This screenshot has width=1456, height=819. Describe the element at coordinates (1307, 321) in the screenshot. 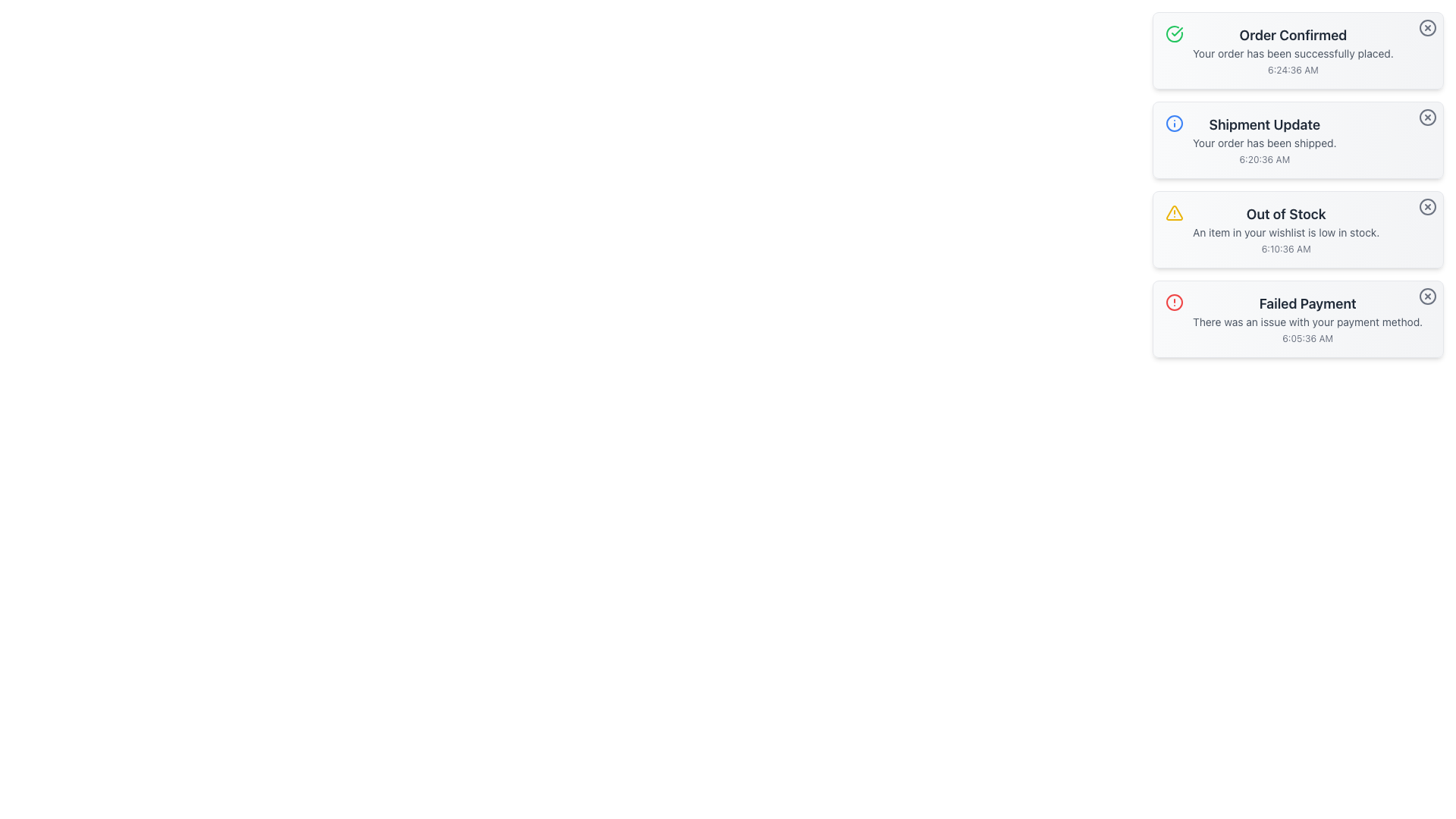

I see `the static text label that reads 'There was an issue with your payment method.' positioned below the title 'Failed Payment' and above the timestamp '6:05:36 AM'` at that location.